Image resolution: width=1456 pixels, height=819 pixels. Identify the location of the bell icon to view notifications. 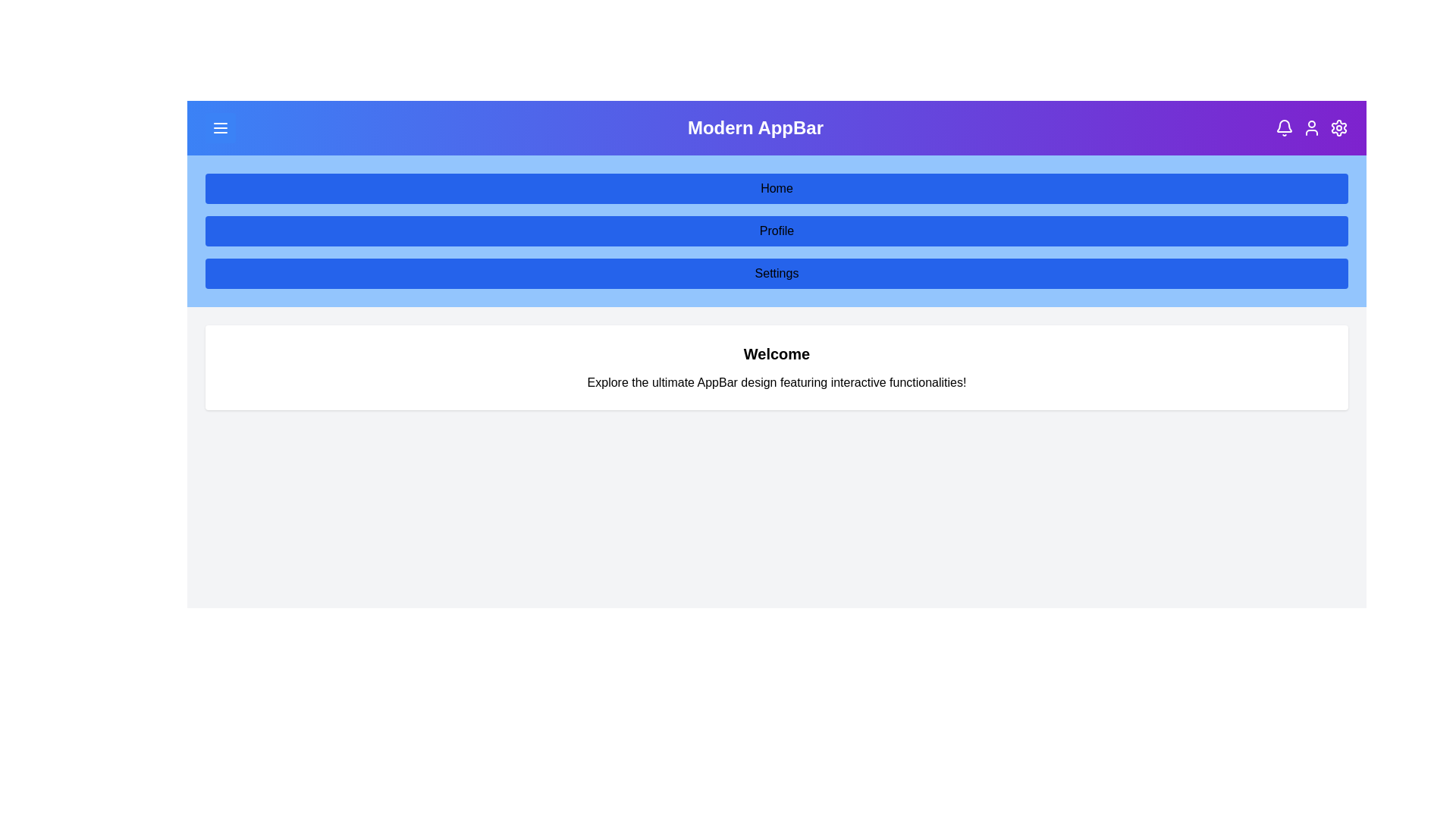
(1284, 127).